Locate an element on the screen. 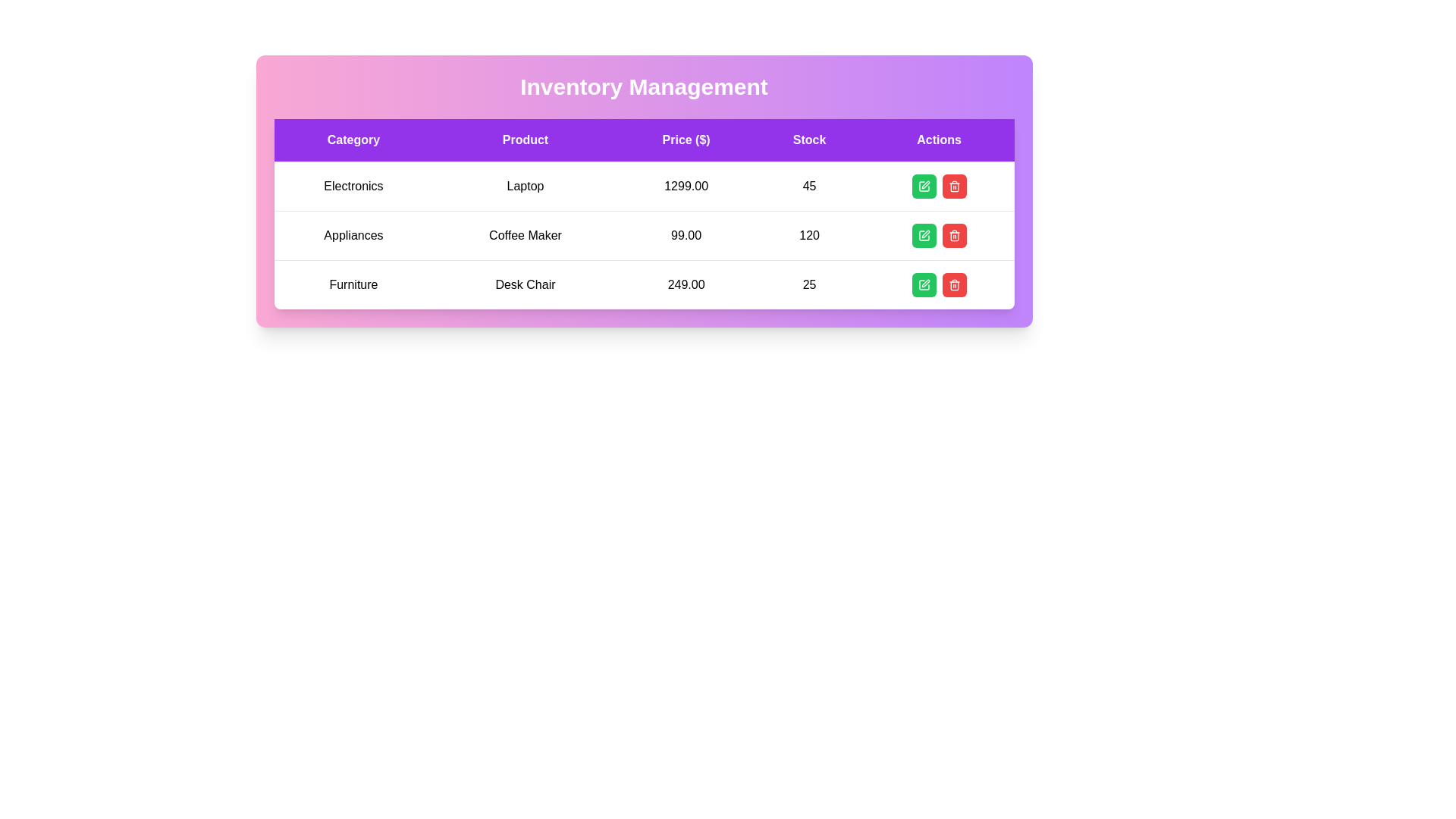 The width and height of the screenshot is (1456, 819). the Text Display element with a purple background displaying 'Actions', located in the top-right portion of the table header row is located at coordinates (938, 140).